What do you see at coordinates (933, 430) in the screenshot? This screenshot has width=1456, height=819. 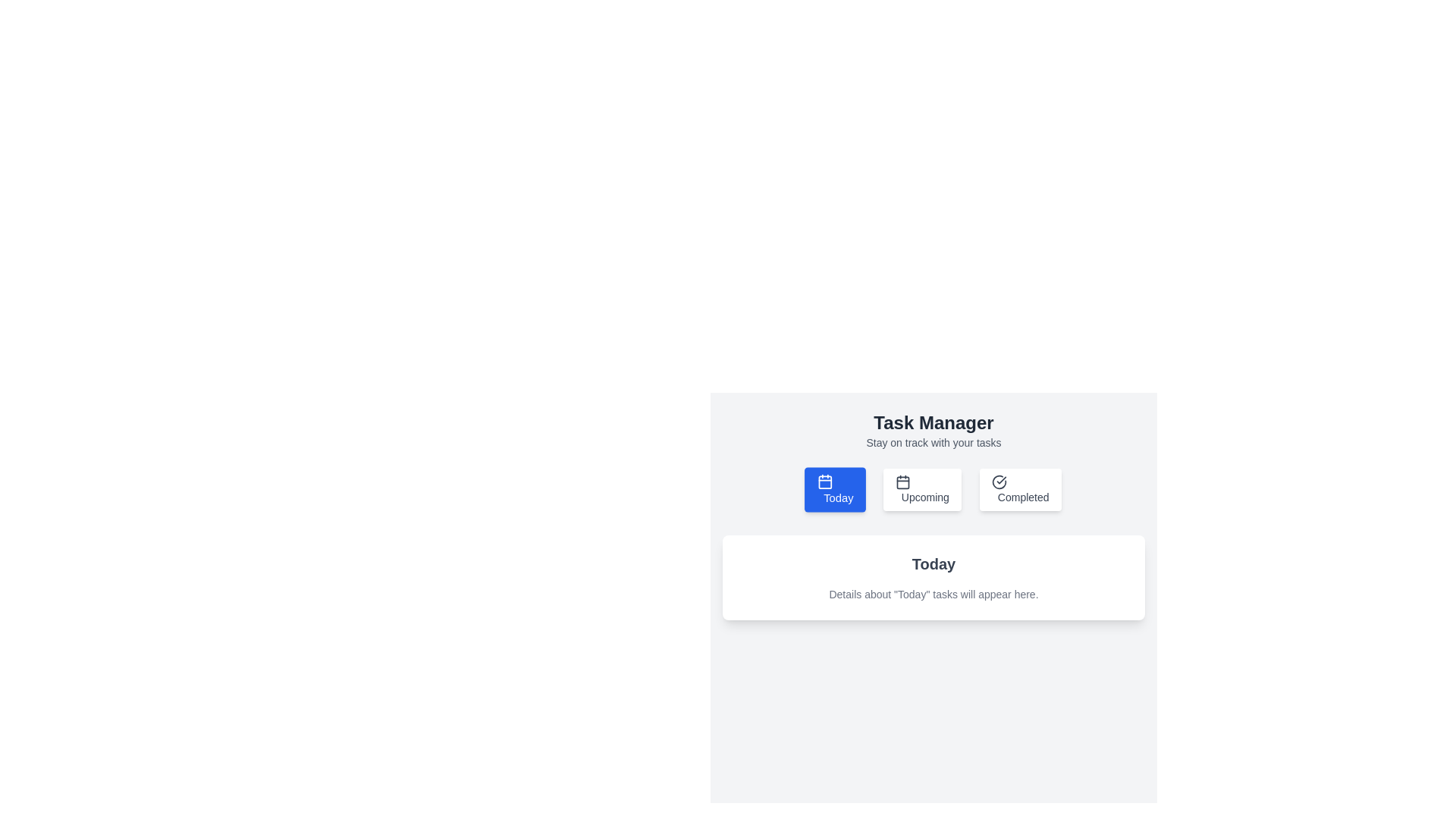 I see `the 'Task Manager' static text element, which features a bold title and smaller supportive text, located centrally above the buttons 'Today', 'Upcoming', and 'Completed'` at bounding box center [933, 430].